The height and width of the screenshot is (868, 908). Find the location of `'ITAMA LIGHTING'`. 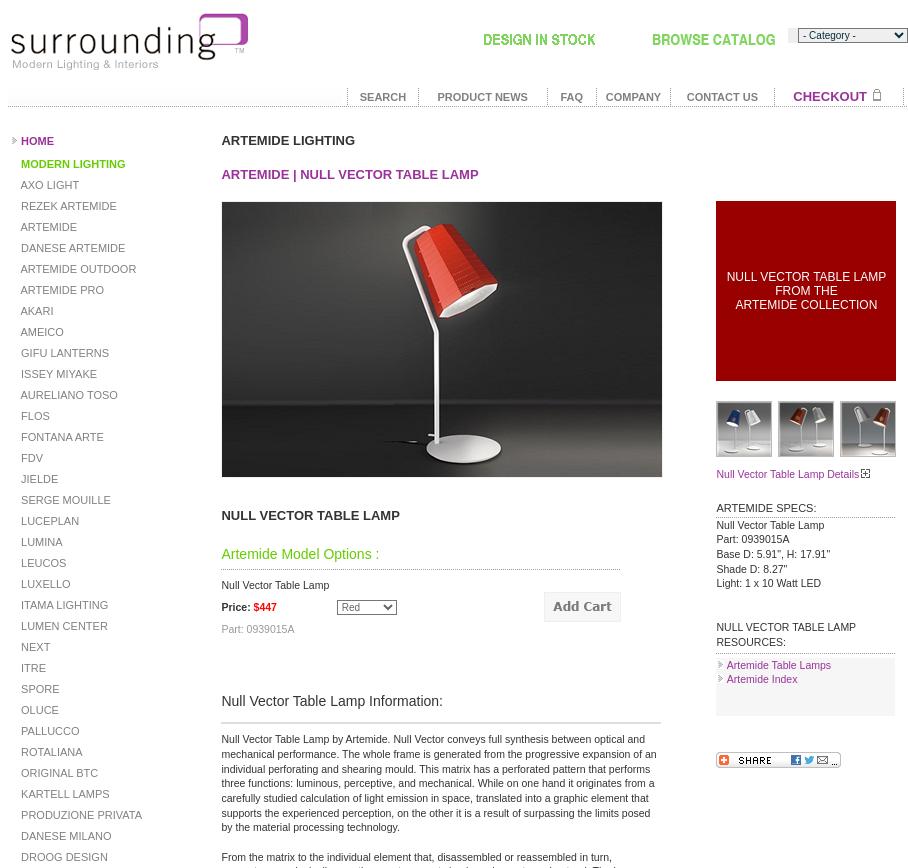

'ITAMA LIGHTING' is located at coordinates (16, 604).